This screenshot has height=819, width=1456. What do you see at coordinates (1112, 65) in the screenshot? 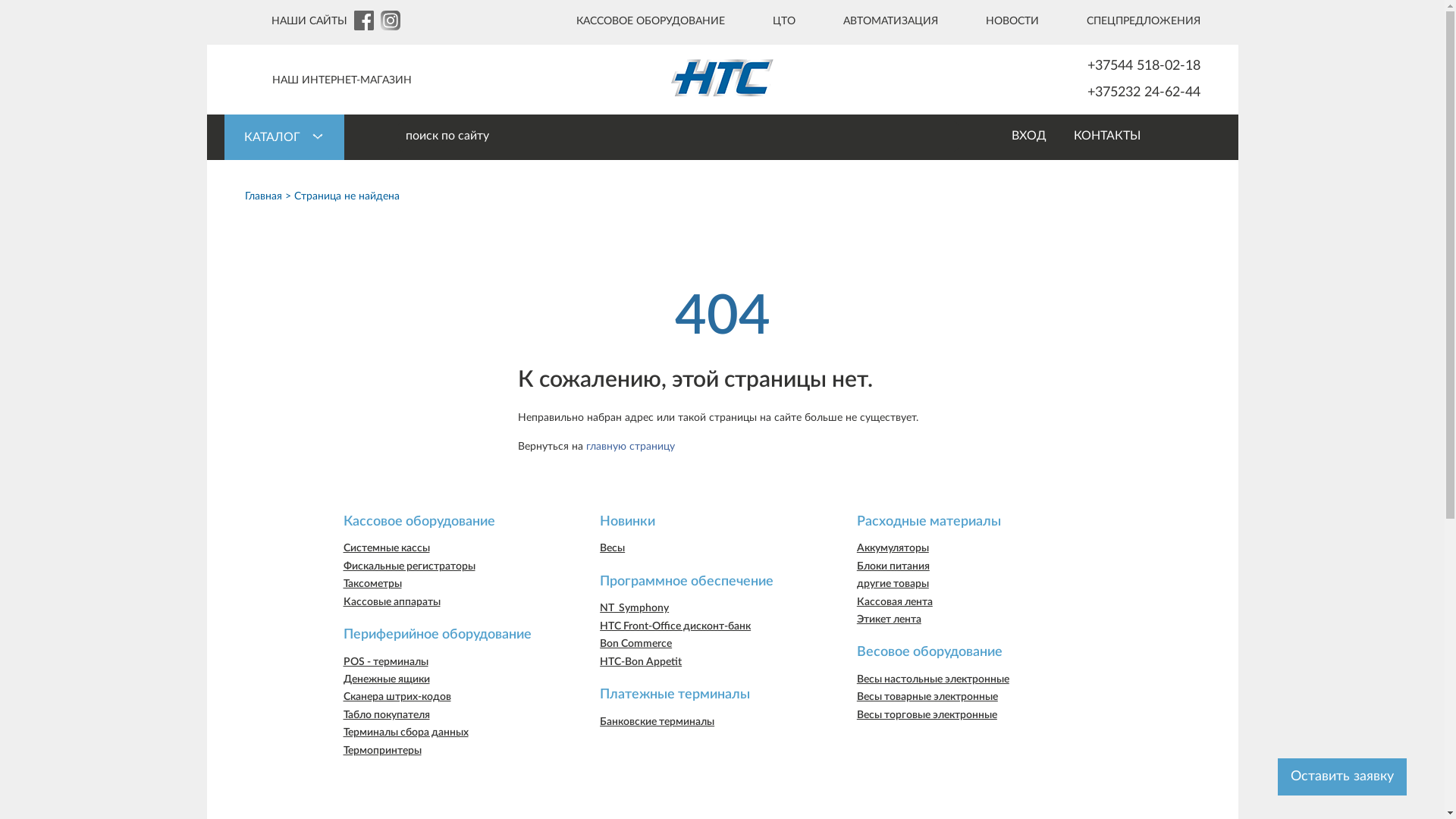
I see `'+37544 518-02-18'` at bounding box center [1112, 65].